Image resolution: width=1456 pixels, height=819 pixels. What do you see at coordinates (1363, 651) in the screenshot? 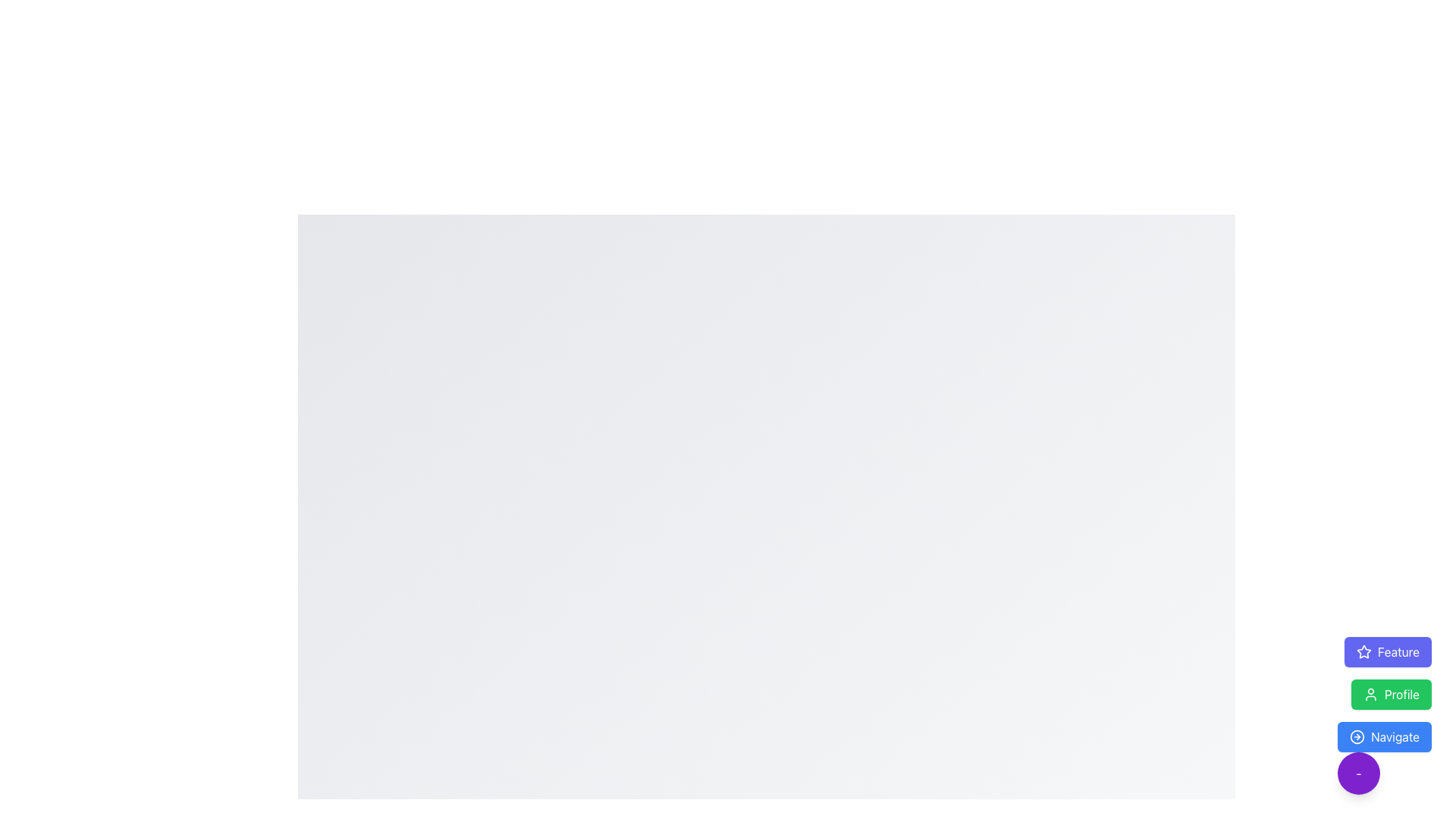
I see `the SVG Icon positioned to the left side of the 'Feature' button in the lower right corner of the page` at bounding box center [1363, 651].